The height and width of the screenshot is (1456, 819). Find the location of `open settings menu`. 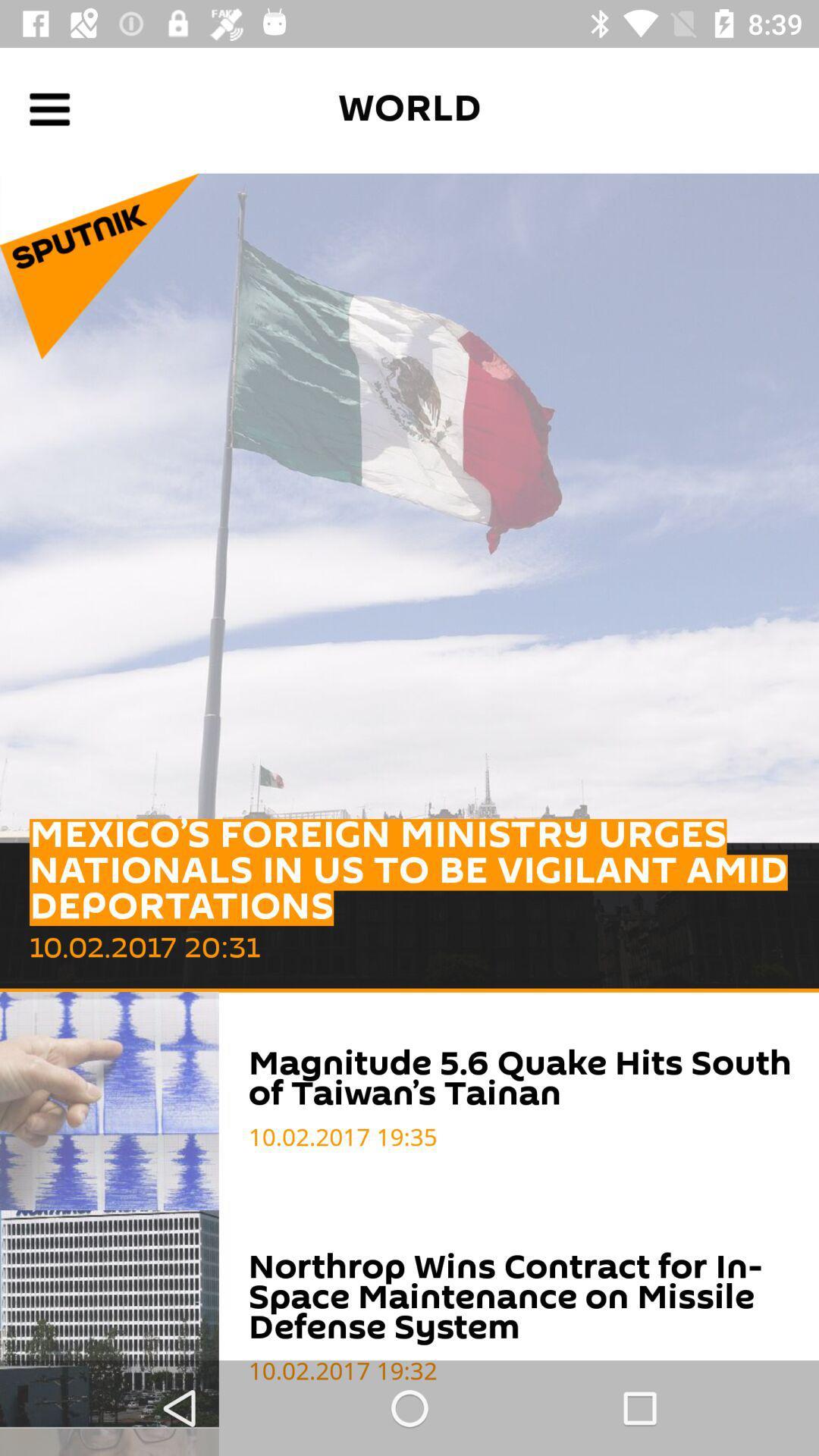

open settings menu is located at coordinates (49, 108).